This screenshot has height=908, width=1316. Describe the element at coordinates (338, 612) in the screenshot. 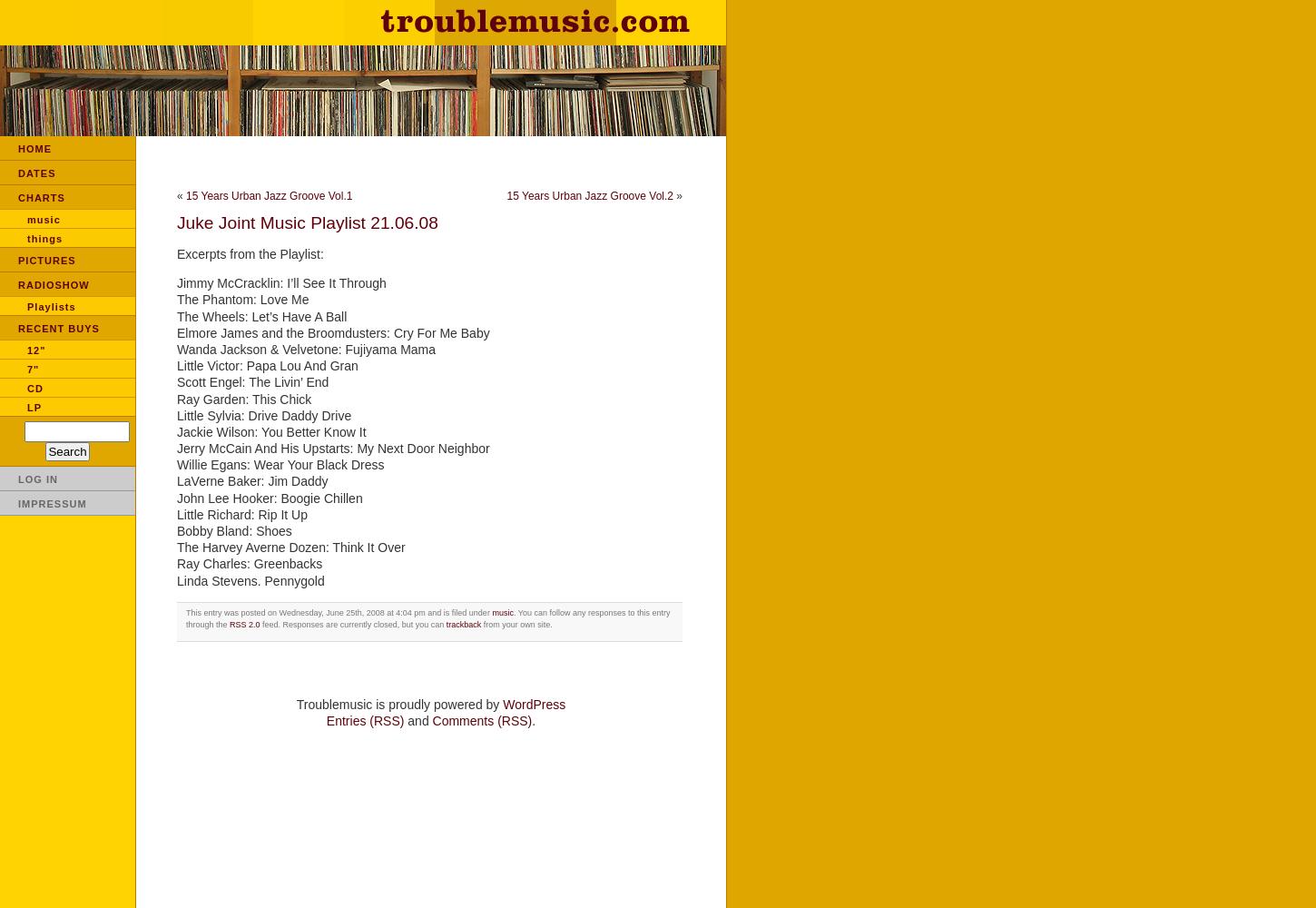

I see `'This entry was posted
						 
						on Wednesday, June 25th, 2008 at 4:04 pm						and is filed under'` at that location.